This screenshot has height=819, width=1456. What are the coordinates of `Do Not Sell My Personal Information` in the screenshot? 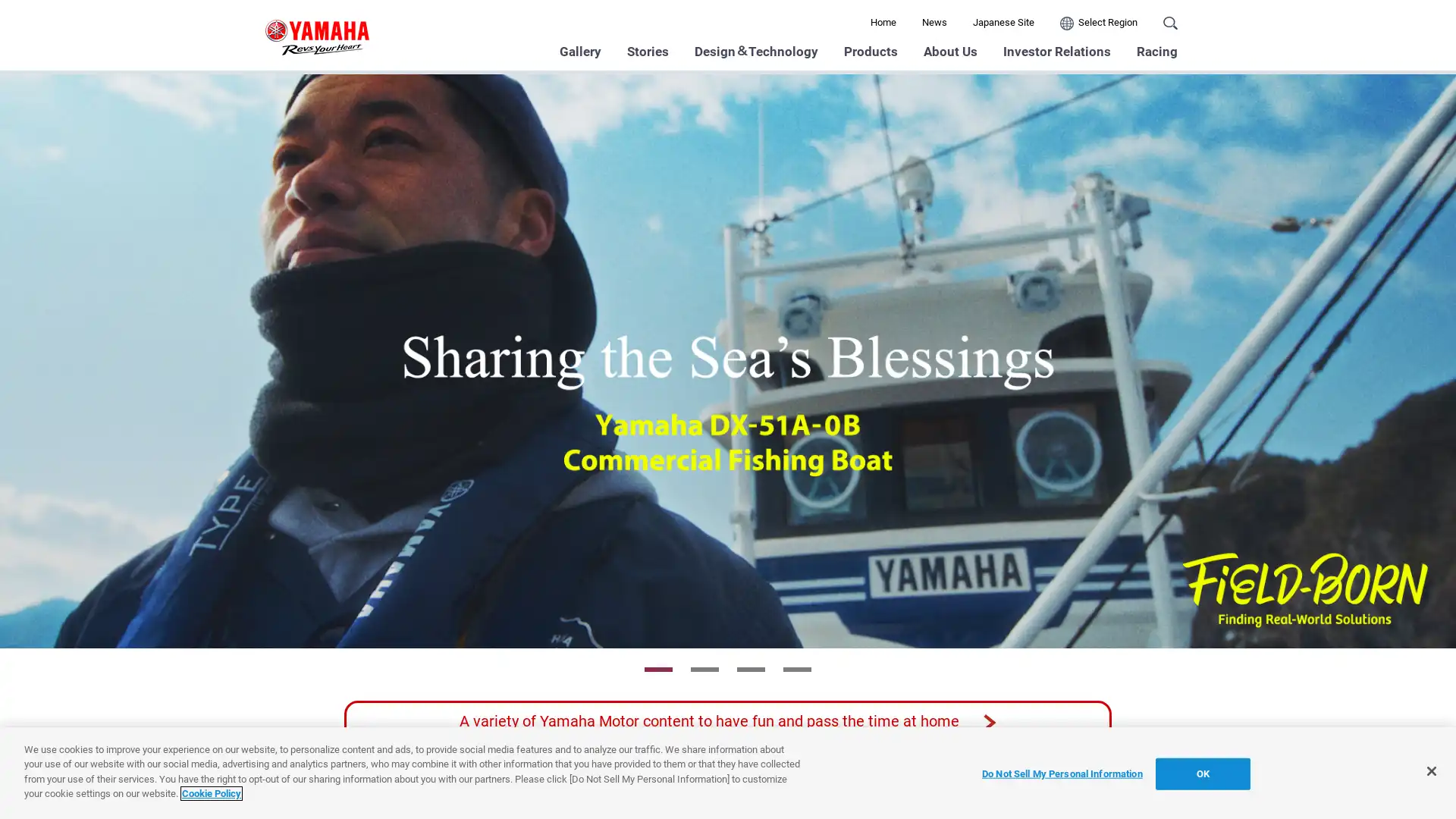 It's located at (1061, 773).